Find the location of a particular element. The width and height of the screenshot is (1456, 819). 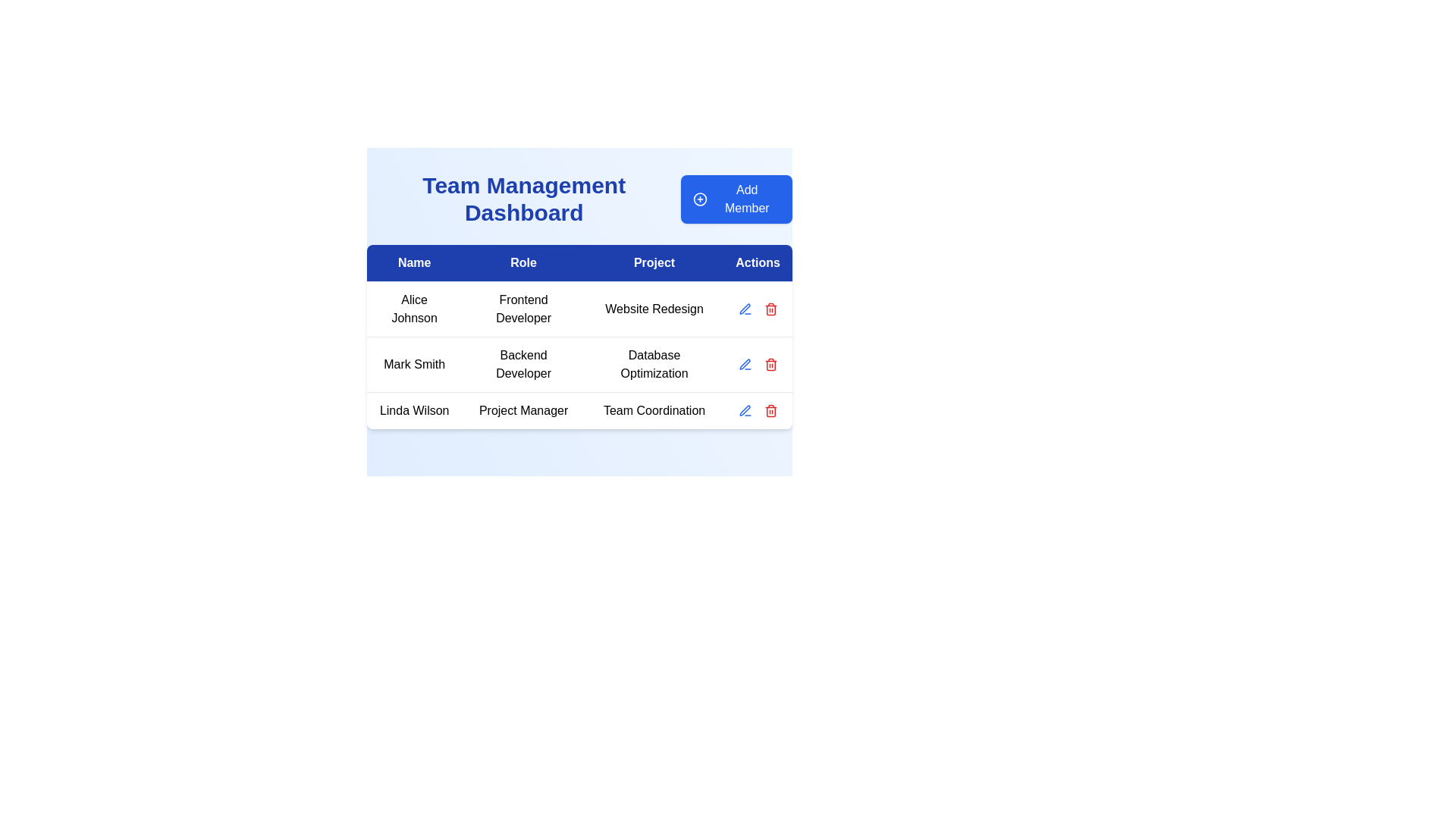

the red trash can icon in the fourth cell of the 'Actions' column associated with 'Alice Johnson' is located at coordinates (758, 309).